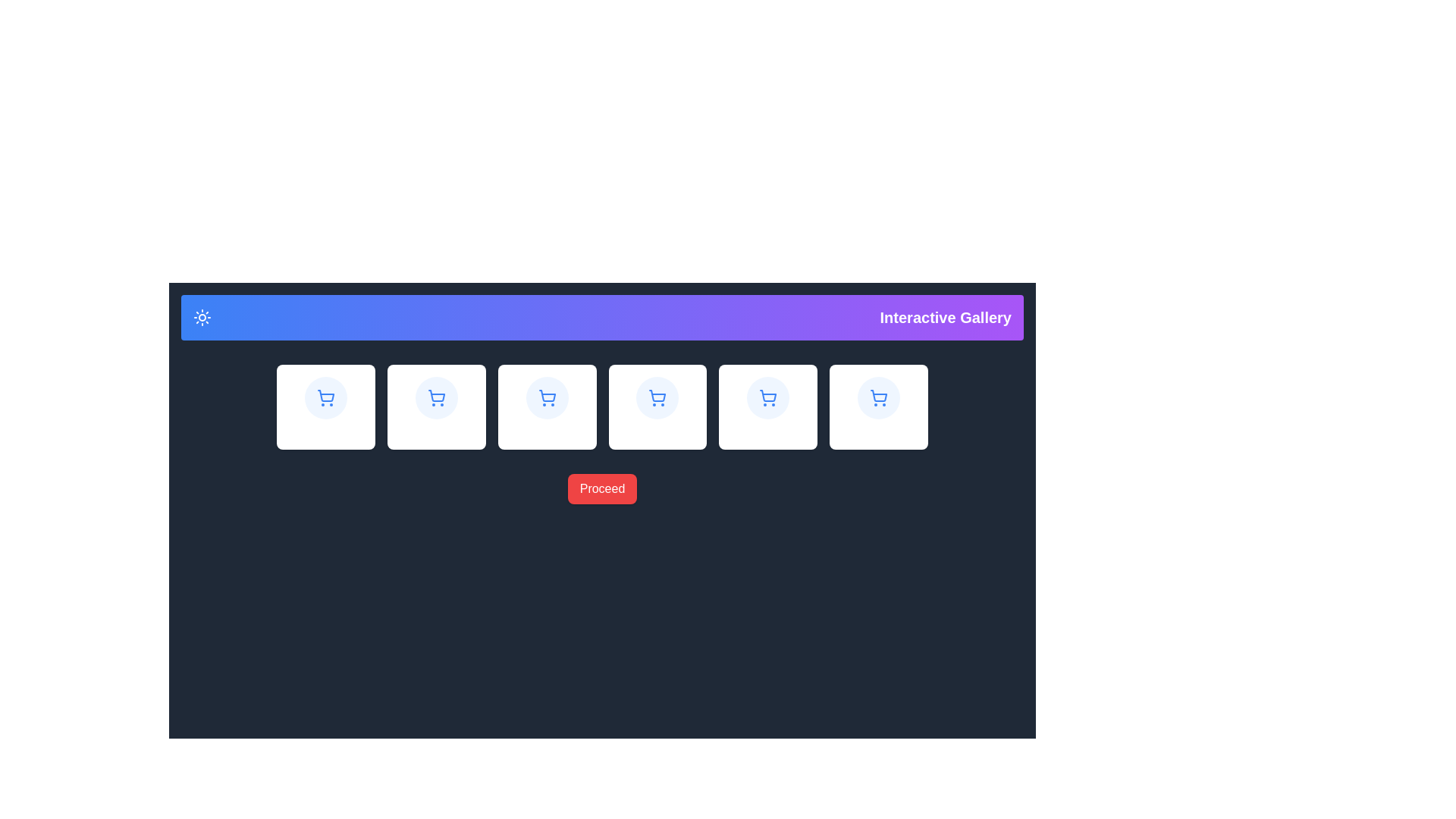 The image size is (1456, 819). Describe the element at coordinates (879, 397) in the screenshot. I see `the shopping cart icon located within a blue-themed circular background in the fifth box of the horizontal grid` at that location.